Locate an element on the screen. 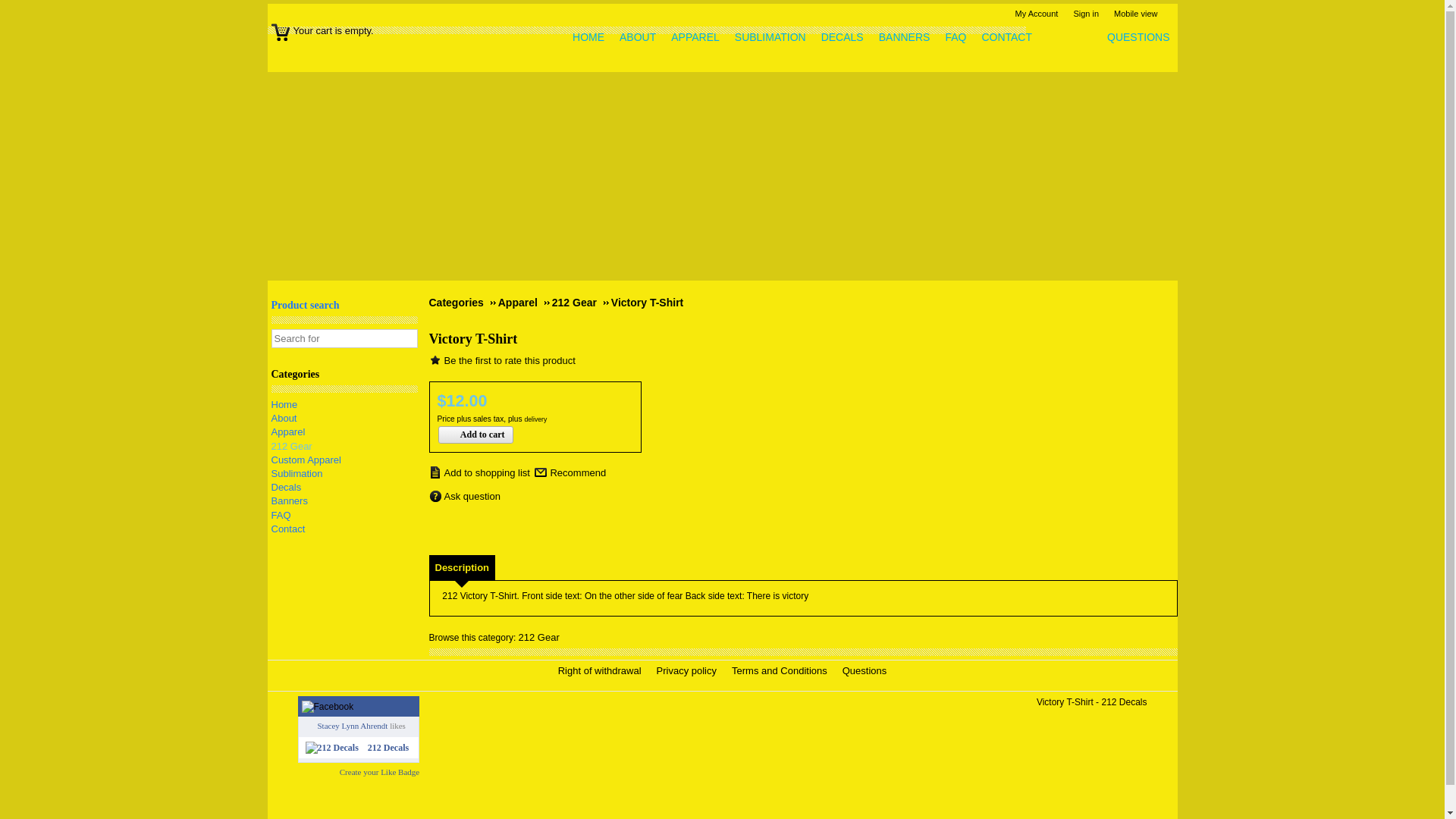 This screenshot has height=819, width=1456. 'Description' is located at coordinates (428, 567).